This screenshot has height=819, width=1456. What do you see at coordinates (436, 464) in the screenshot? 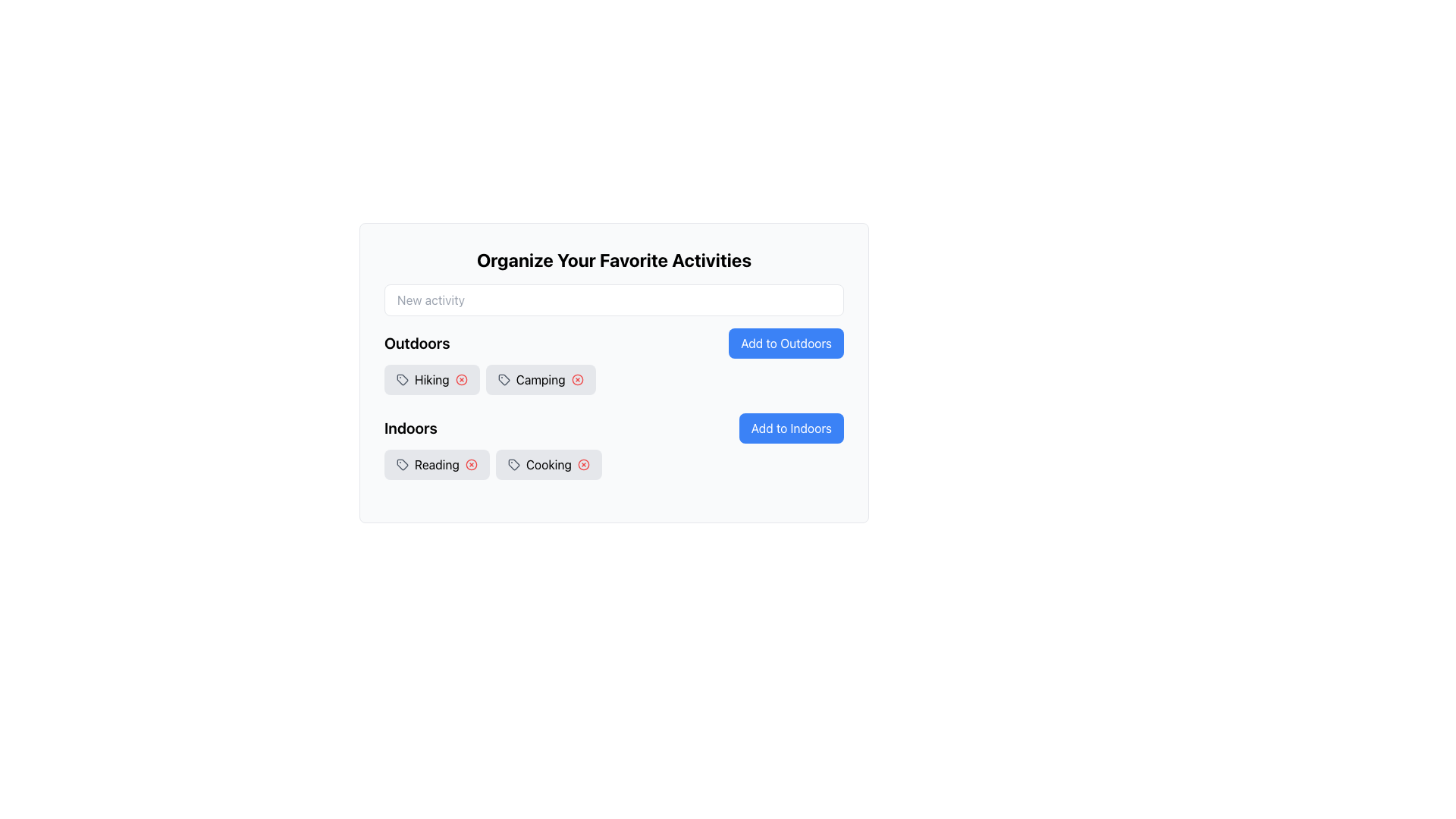
I see `the first interactive tag element labeled 'Reading' with a light gray background and a small red 'x' icon, located under the heading 'Indoors'` at bounding box center [436, 464].